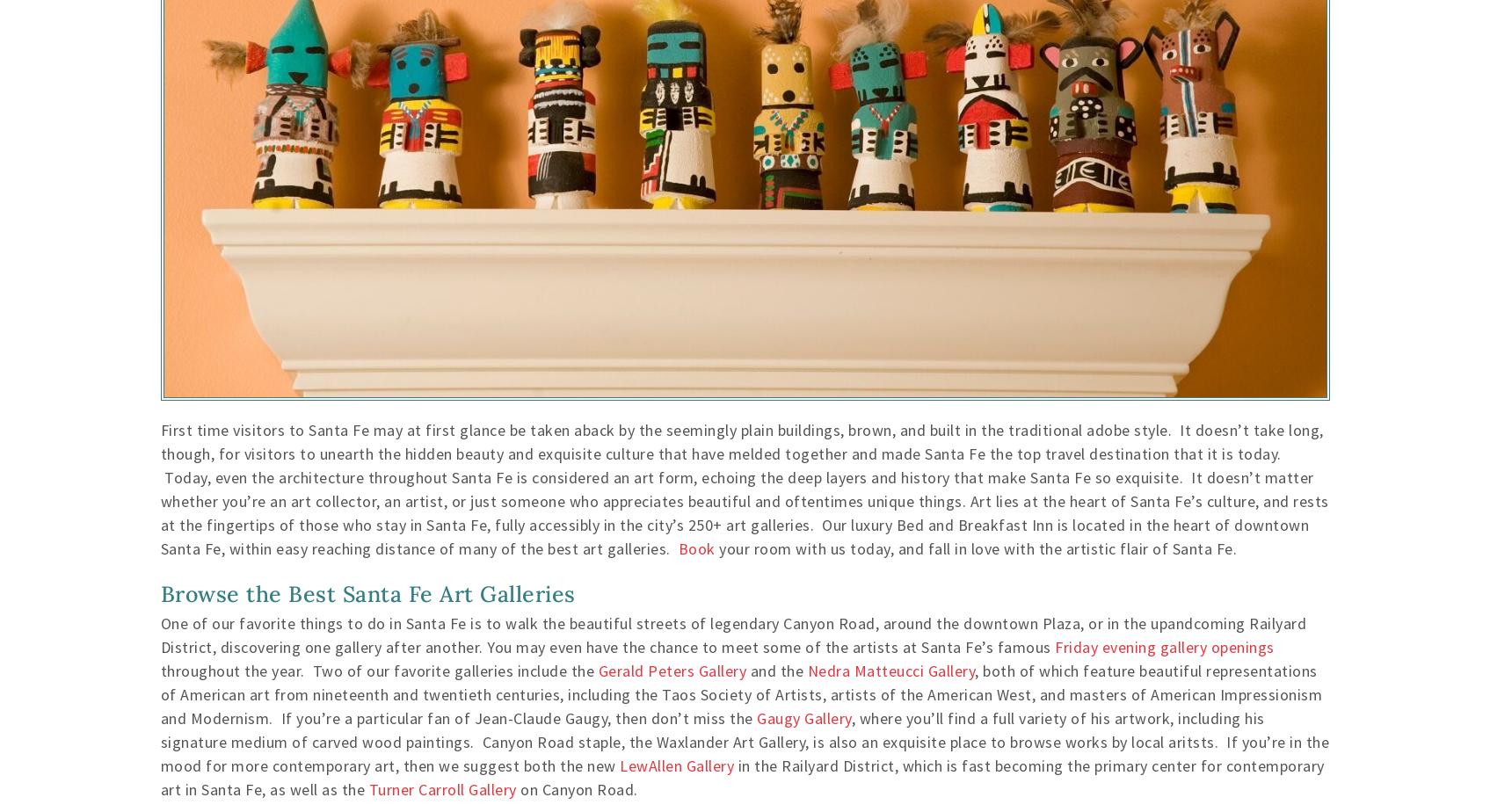 The width and height of the screenshot is (1490, 812). Describe the element at coordinates (1164, 646) in the screenshot. I see `'Friday evening gallery openings'` at that location.